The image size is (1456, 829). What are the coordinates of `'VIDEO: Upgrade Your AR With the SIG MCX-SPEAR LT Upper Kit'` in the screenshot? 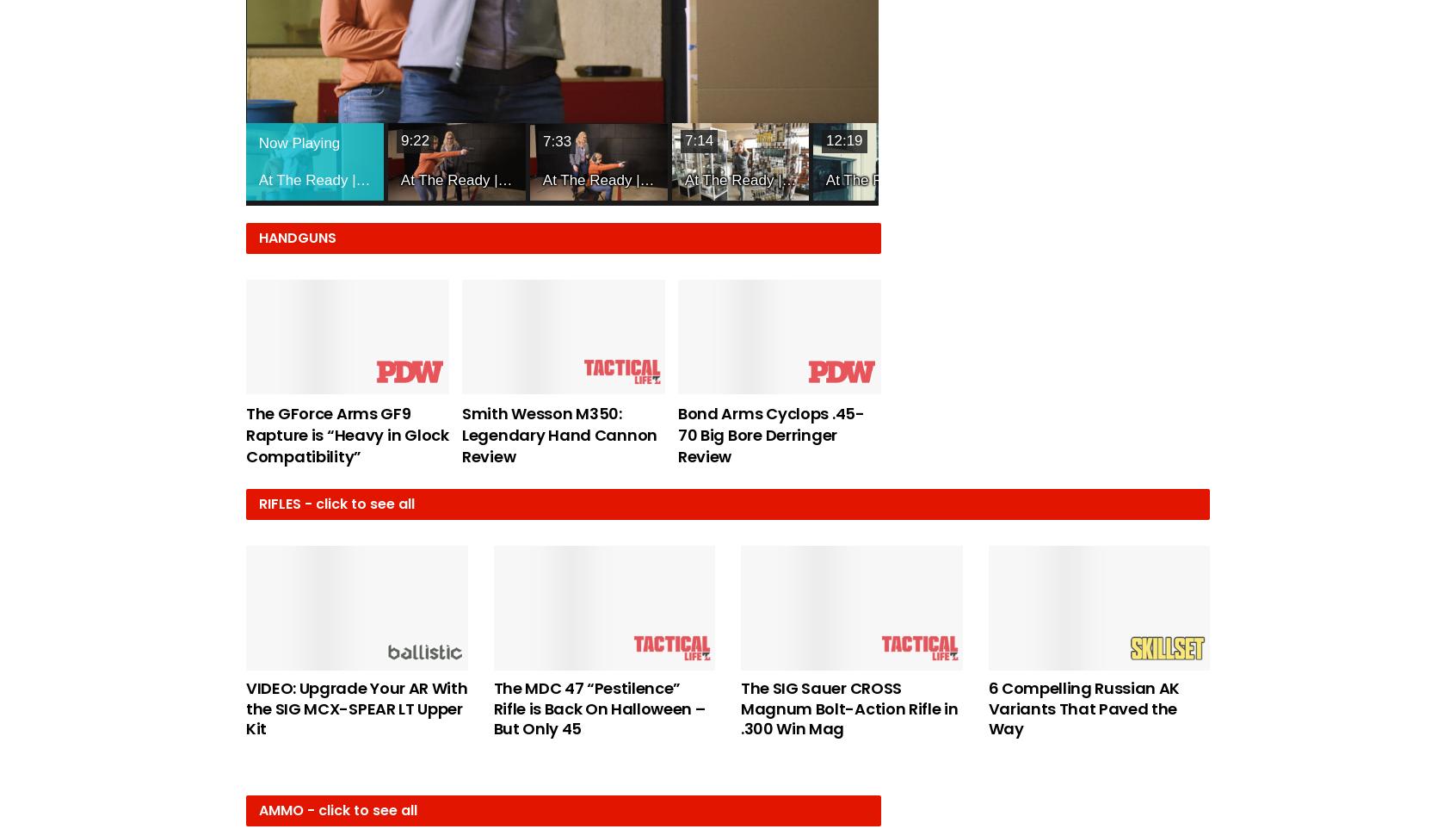 It's located at (356, 707).